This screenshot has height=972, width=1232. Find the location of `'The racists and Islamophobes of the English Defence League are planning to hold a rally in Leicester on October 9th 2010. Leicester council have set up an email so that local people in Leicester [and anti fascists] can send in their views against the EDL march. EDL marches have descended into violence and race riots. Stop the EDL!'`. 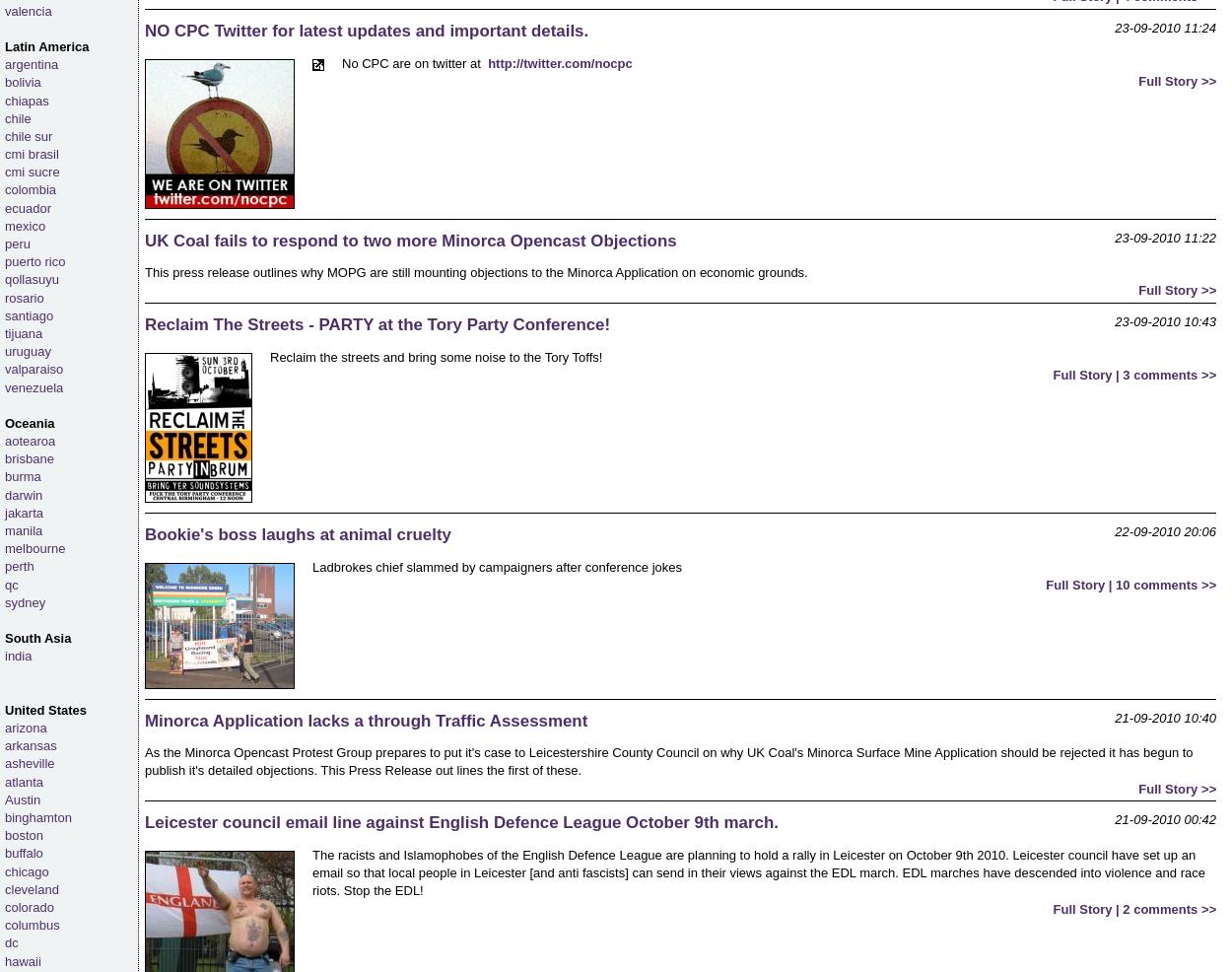

'The racists and Islamophobes of the English Defence League are planning to hold a rally in Leicester on October 9th 2010. Leicester council have set up an email so that local people in Leicester [and anti fascists] can send in their views against the EDL march. EDL marches have descended into violence and race riots. Stop the EDL!' is located at coordinates (758, 871).